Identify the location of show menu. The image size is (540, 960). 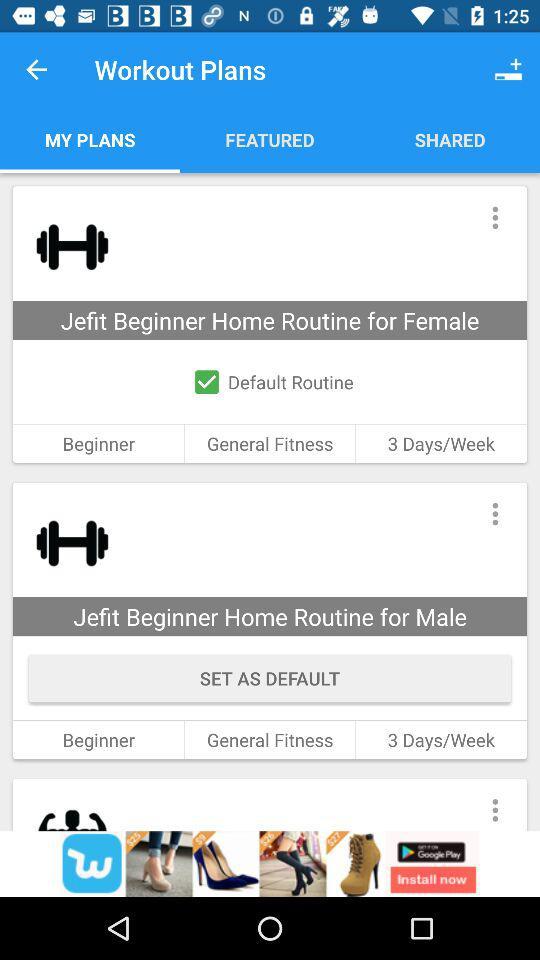
(494, 217).